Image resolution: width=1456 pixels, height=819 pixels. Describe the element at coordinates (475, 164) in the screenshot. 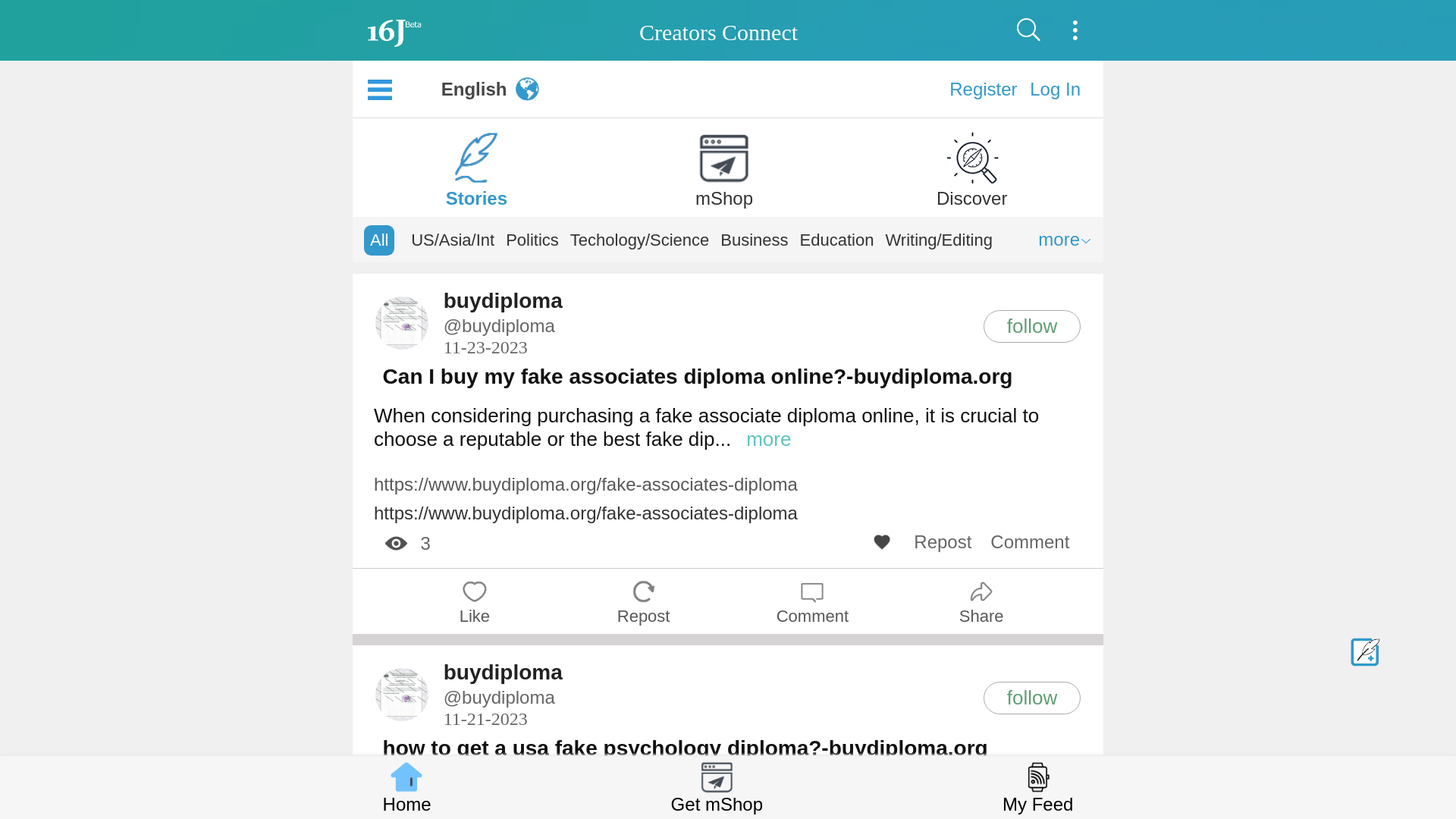

I see `'Stories'` at that location.